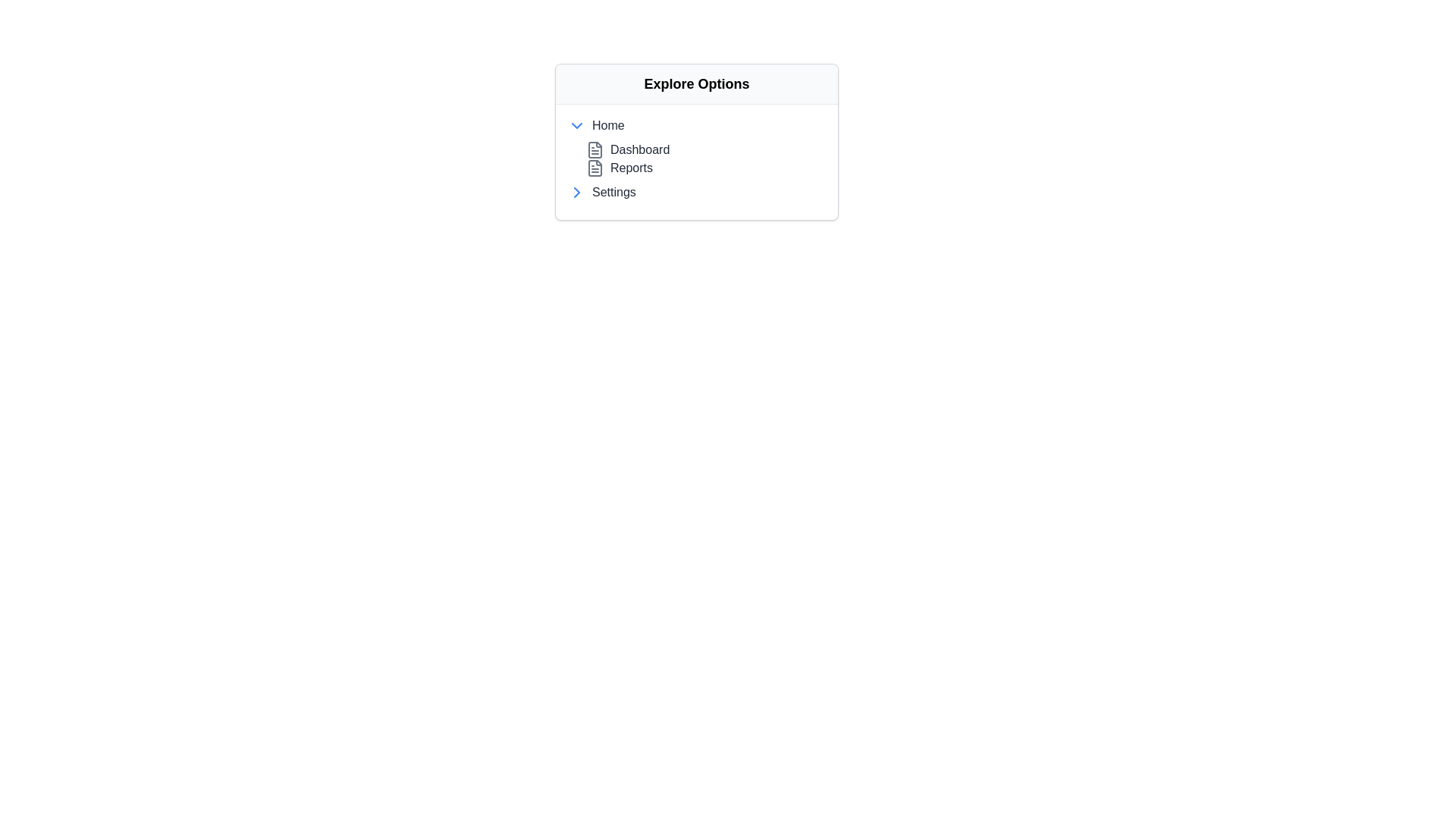 The width and height of the screenshot is (1456, 819). Describe the element at coordinates (608, 124) in the screenshot. I see `the 'Home' label, which is a dark gray textual label located in the 'Explore Options' dropdown menu, positioned to the right of a downward-pointing arrow icon` at that location.